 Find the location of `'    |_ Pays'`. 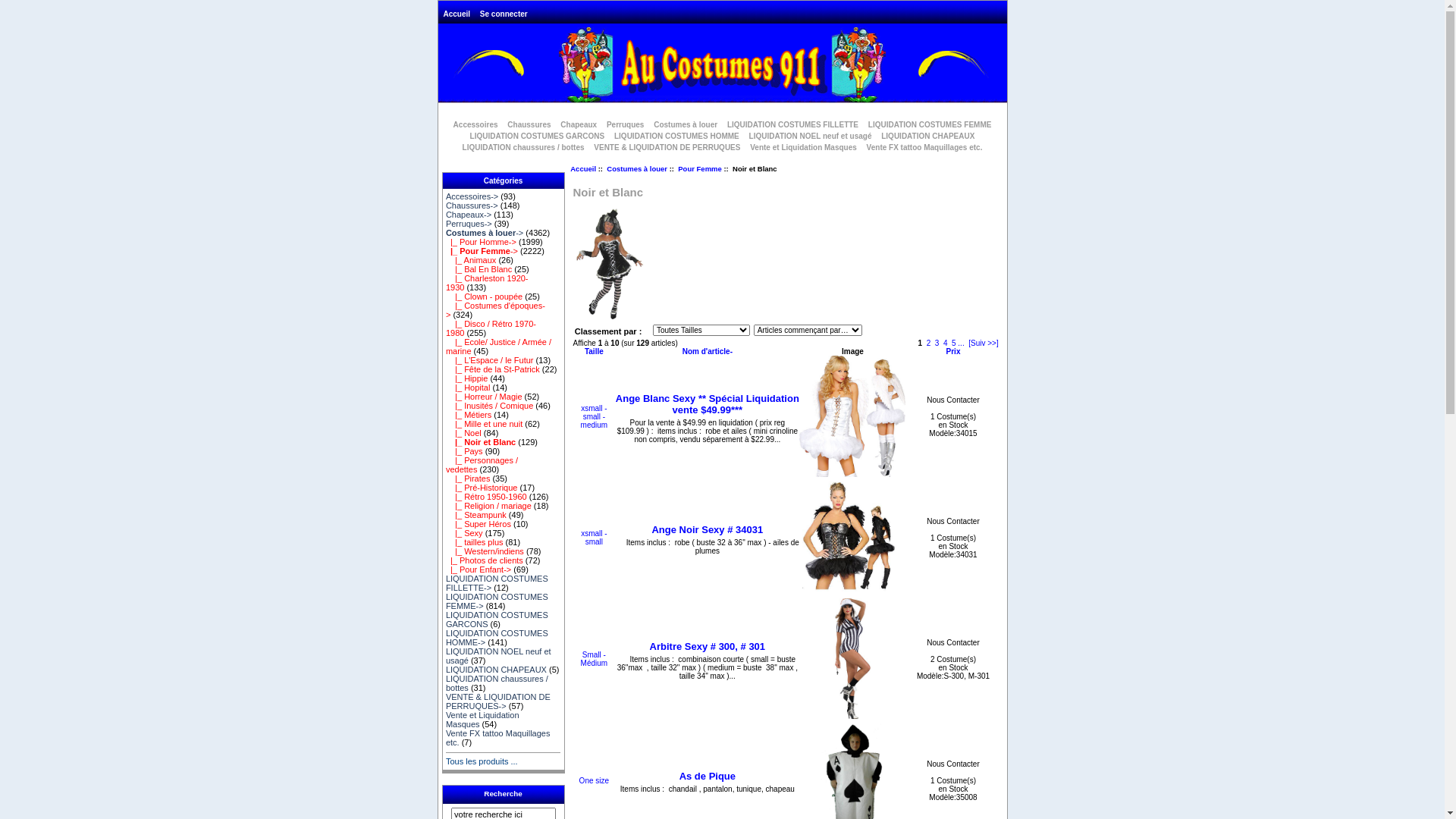

'    |_ Pays' is located at coordinates (445, 450).